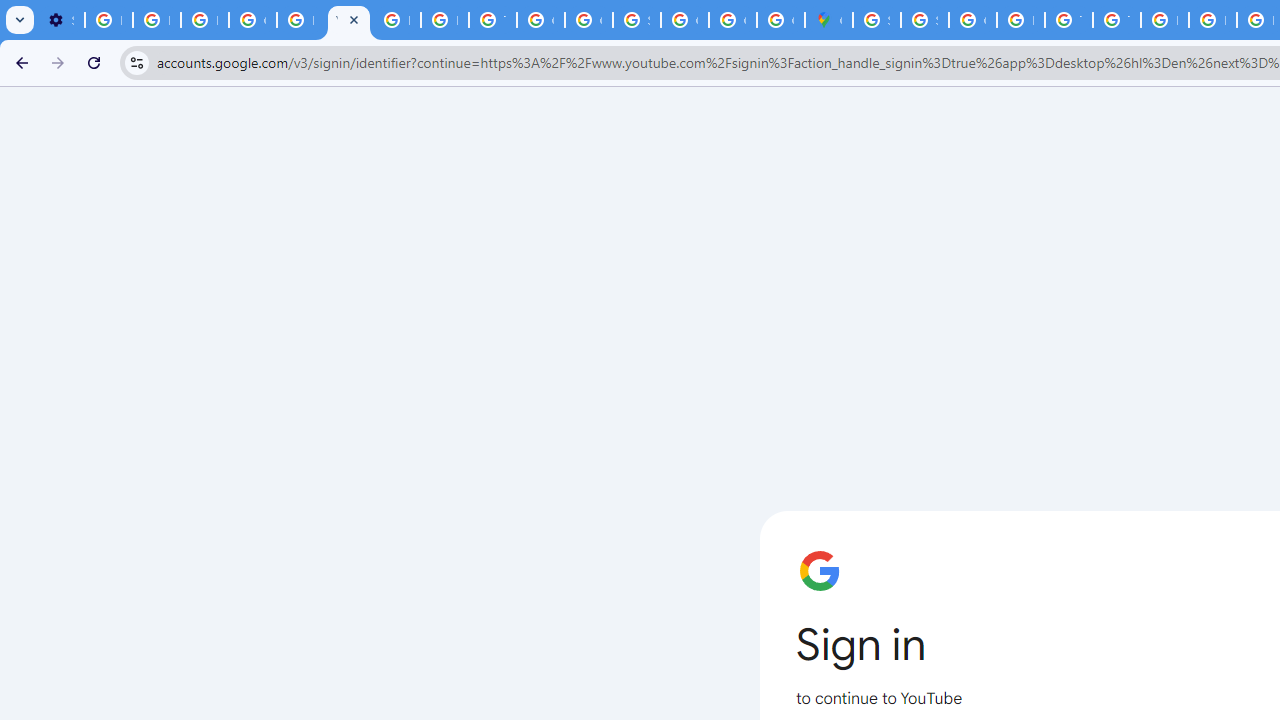  What do you see at coordinates (155, 20) in the screenshot?
I see `'Learn how to find your photos - Google Photos Help'` at bounding box center [155, 20].